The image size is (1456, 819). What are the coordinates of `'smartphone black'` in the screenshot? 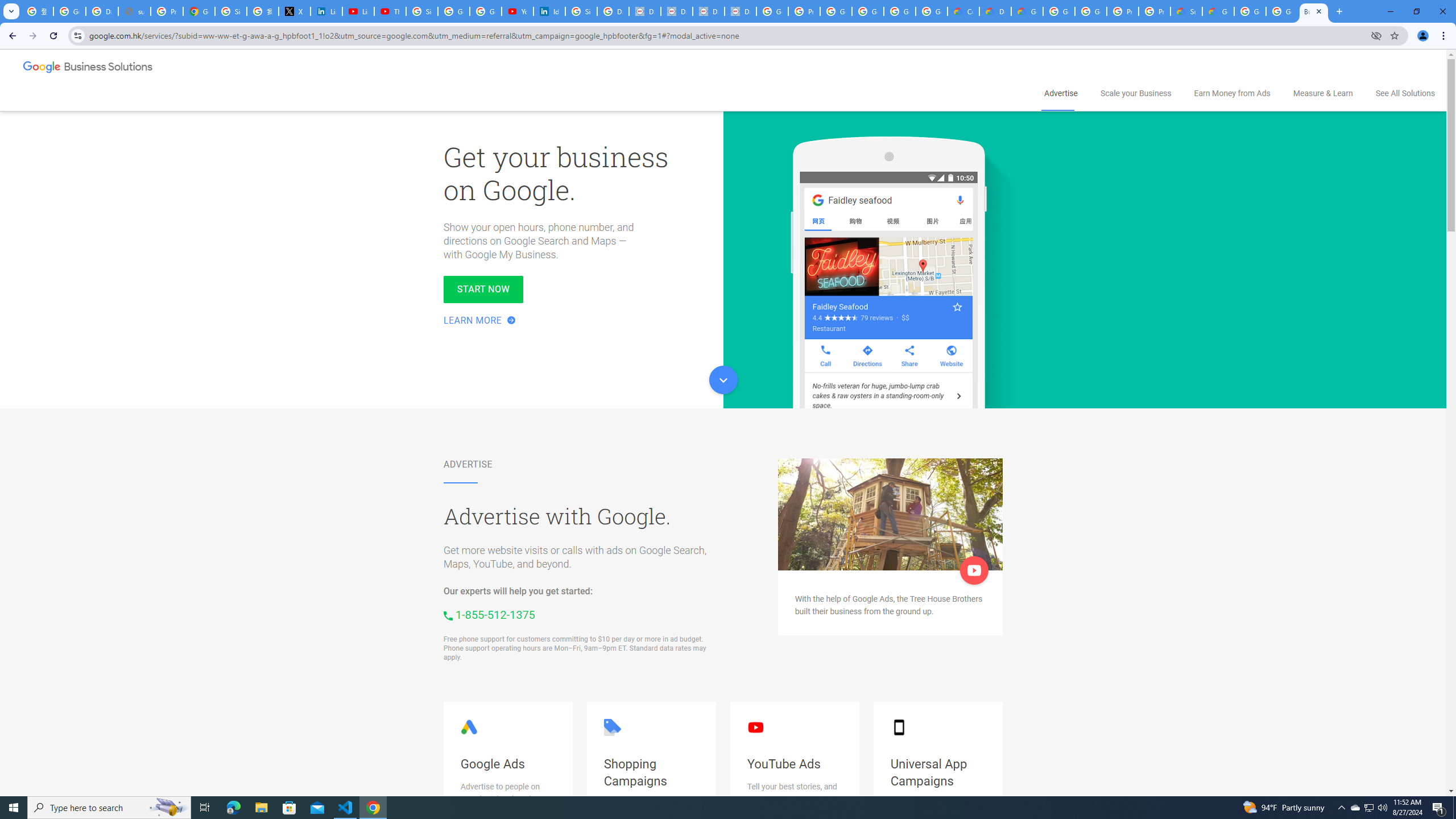 It's located at (897, 727).